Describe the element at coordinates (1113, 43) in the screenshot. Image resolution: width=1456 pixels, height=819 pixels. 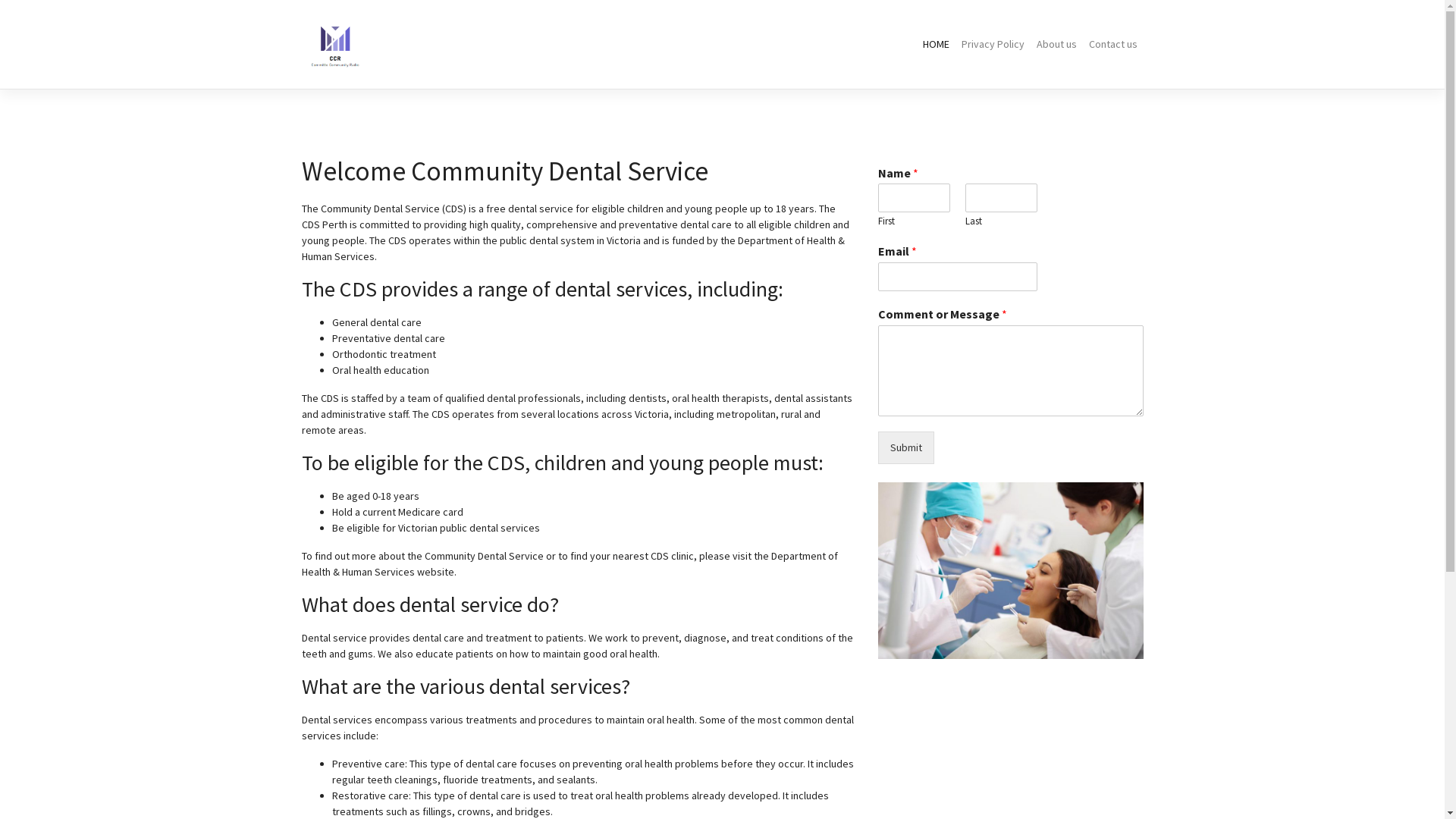
I see `'Contact us'` at that location.